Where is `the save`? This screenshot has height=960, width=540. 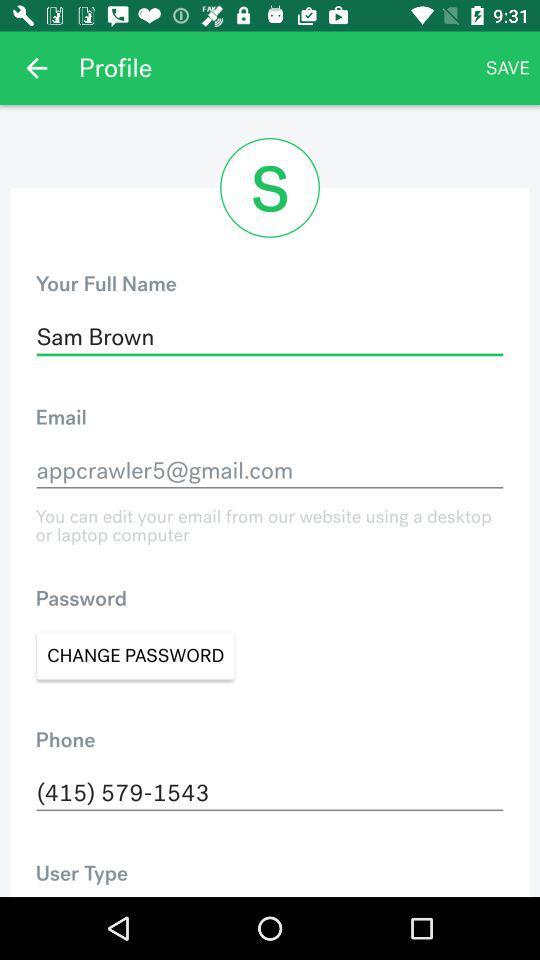 the save is located at coordinates (507, 68).